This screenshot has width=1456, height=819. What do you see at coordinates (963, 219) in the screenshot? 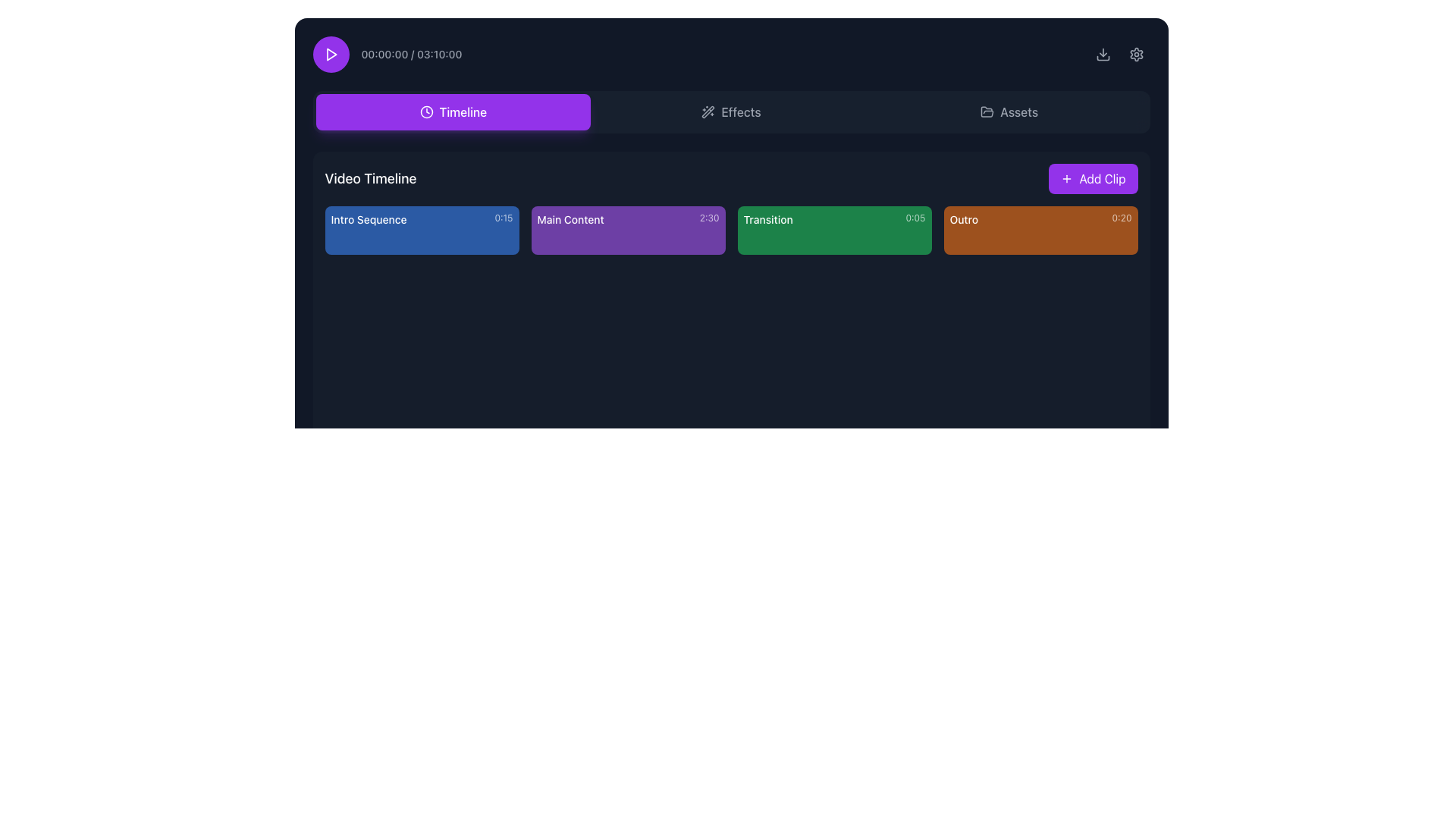
I see `the static text label 'Outro'` at bounding box center [963, 219].